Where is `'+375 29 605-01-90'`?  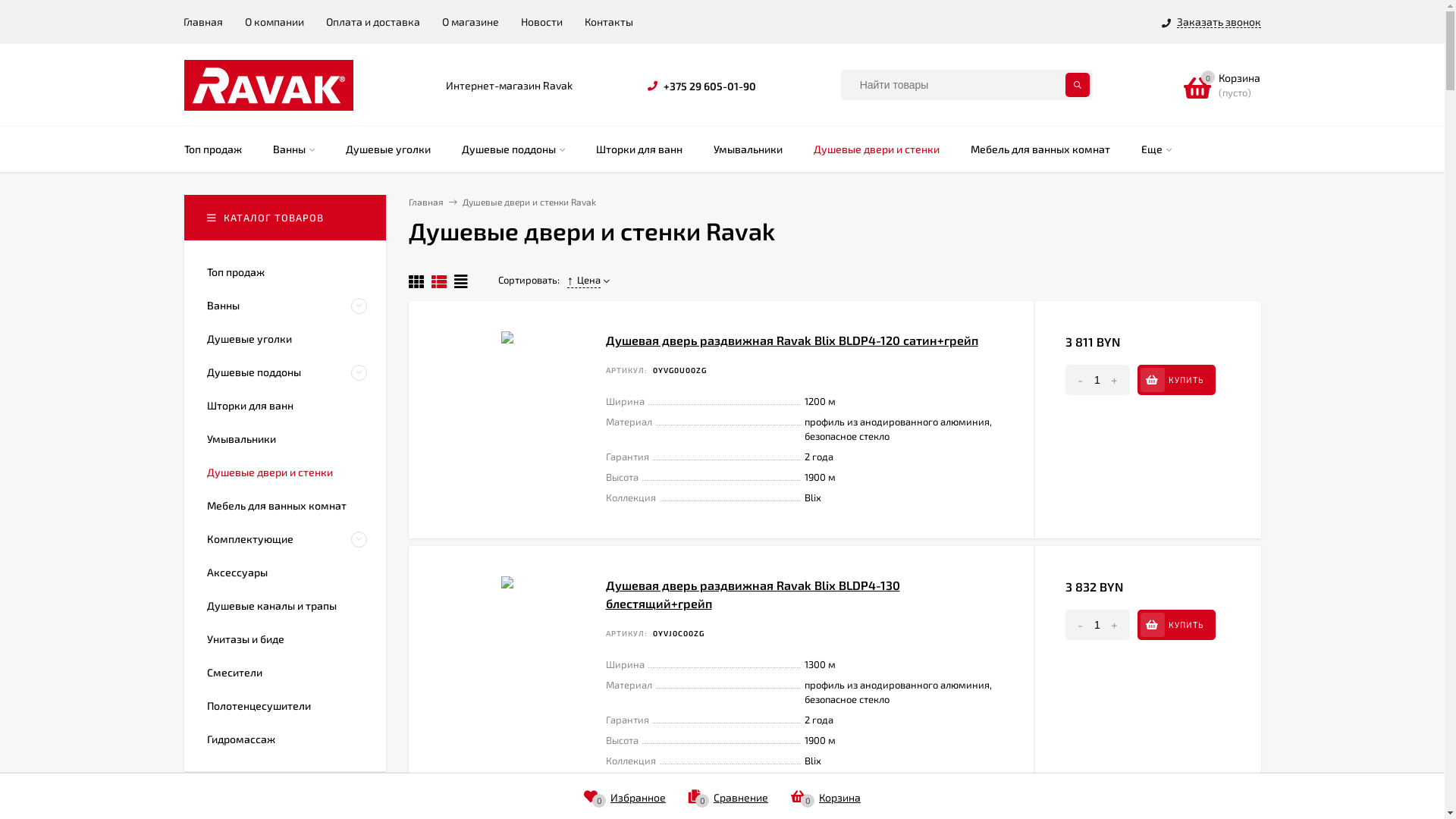
'+375 29 605-01-90' is located at coordinates (663, 86).